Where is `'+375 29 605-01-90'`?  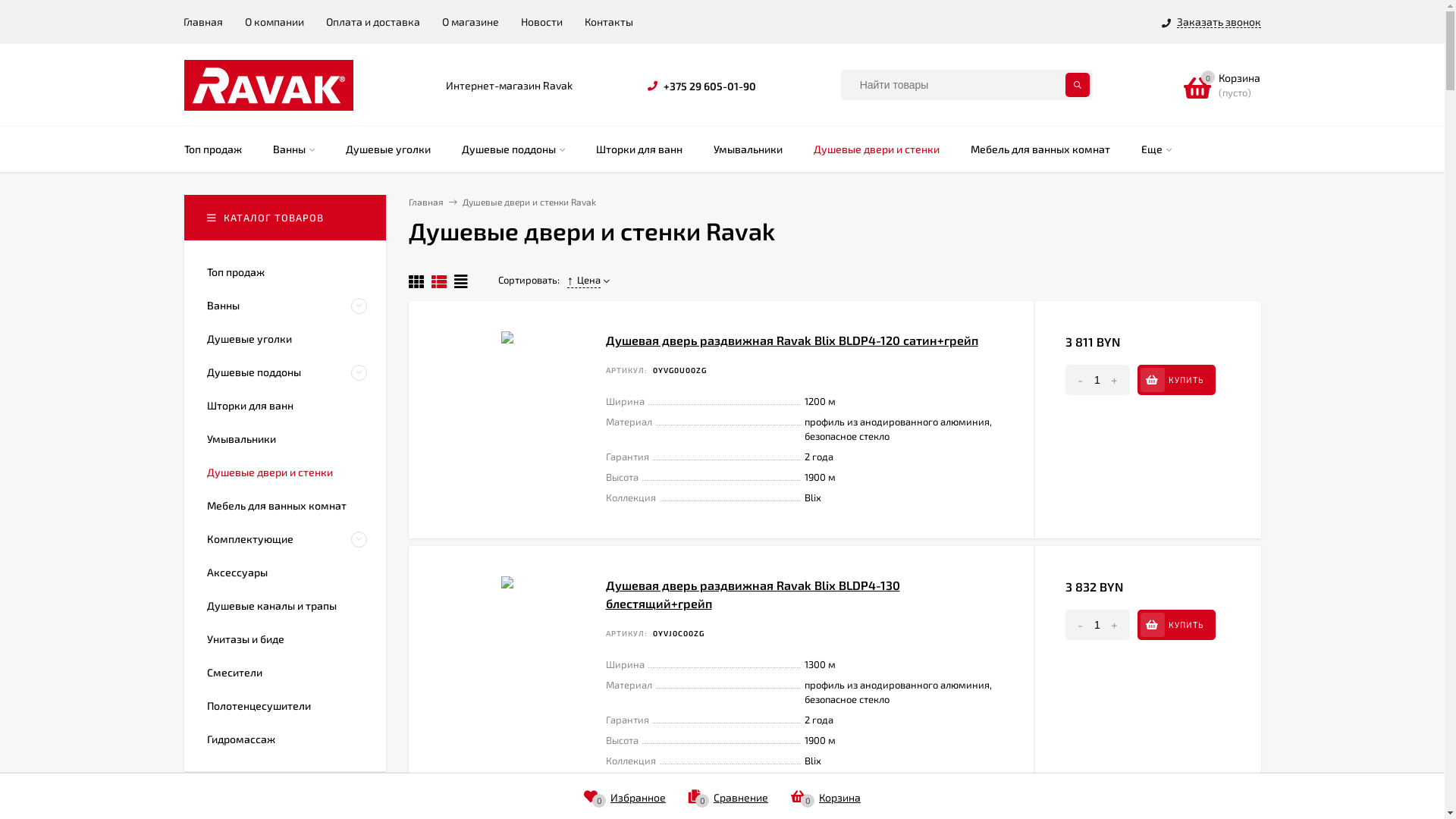
'+375 29 605-01-90' is located at coordinates (663, 86).